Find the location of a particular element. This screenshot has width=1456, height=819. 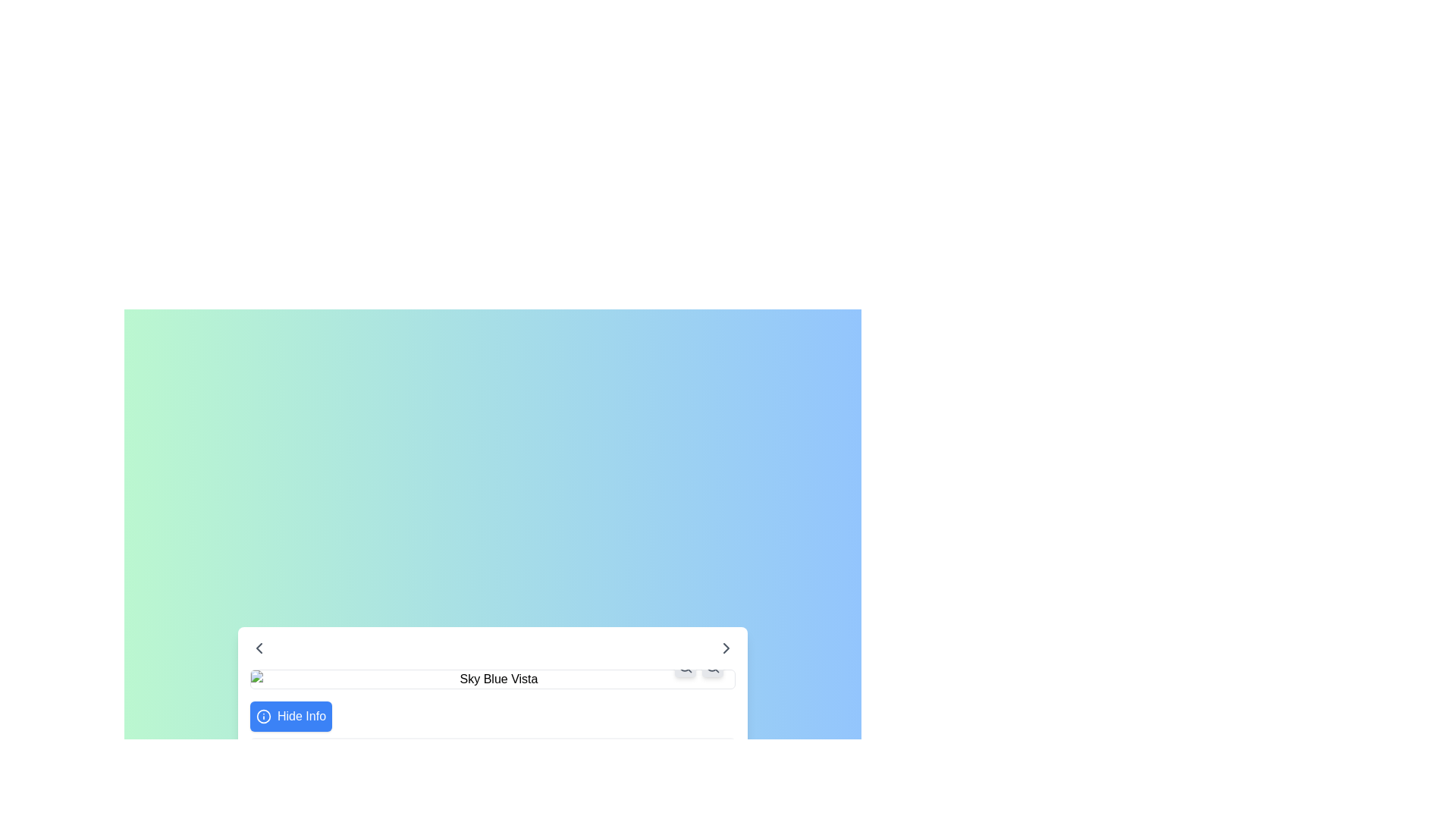

the Chevron Right icon located in the top-right corner of the interface is located at coordinates (726, 648).